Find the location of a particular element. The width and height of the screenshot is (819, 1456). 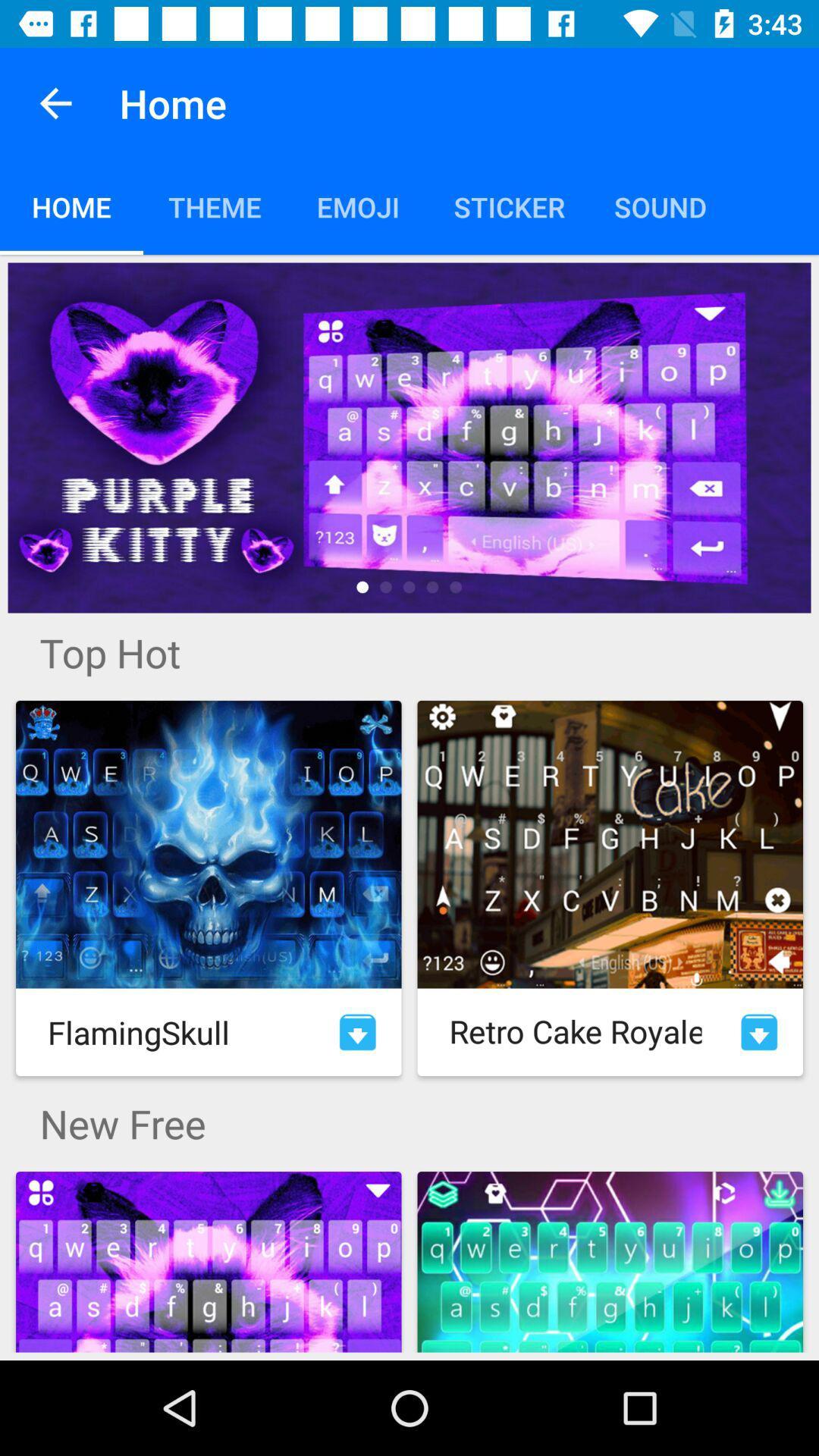

see more details is located at coordinates (409, 437).